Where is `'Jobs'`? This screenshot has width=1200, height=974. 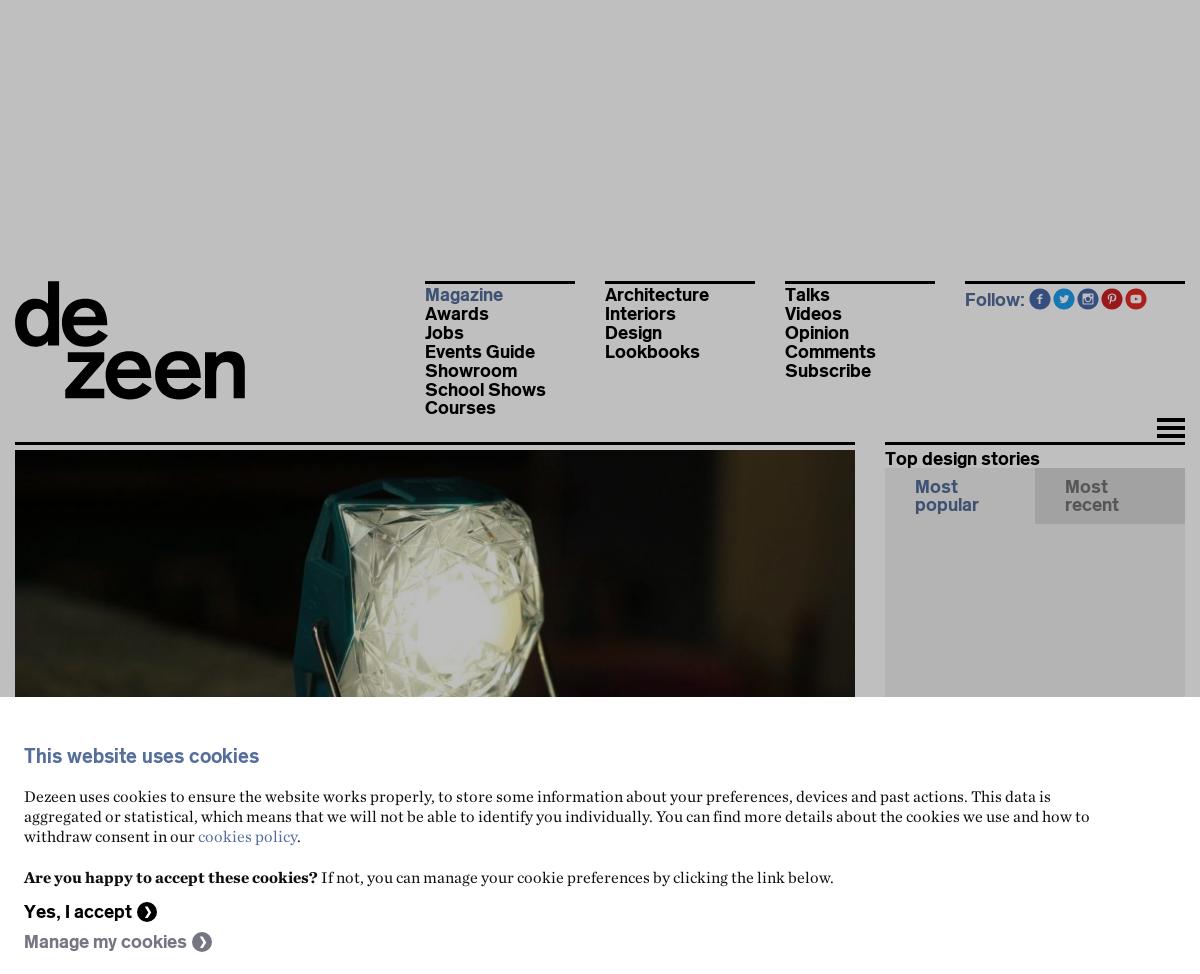 'Jobs' is located at coordinates (444, 332).